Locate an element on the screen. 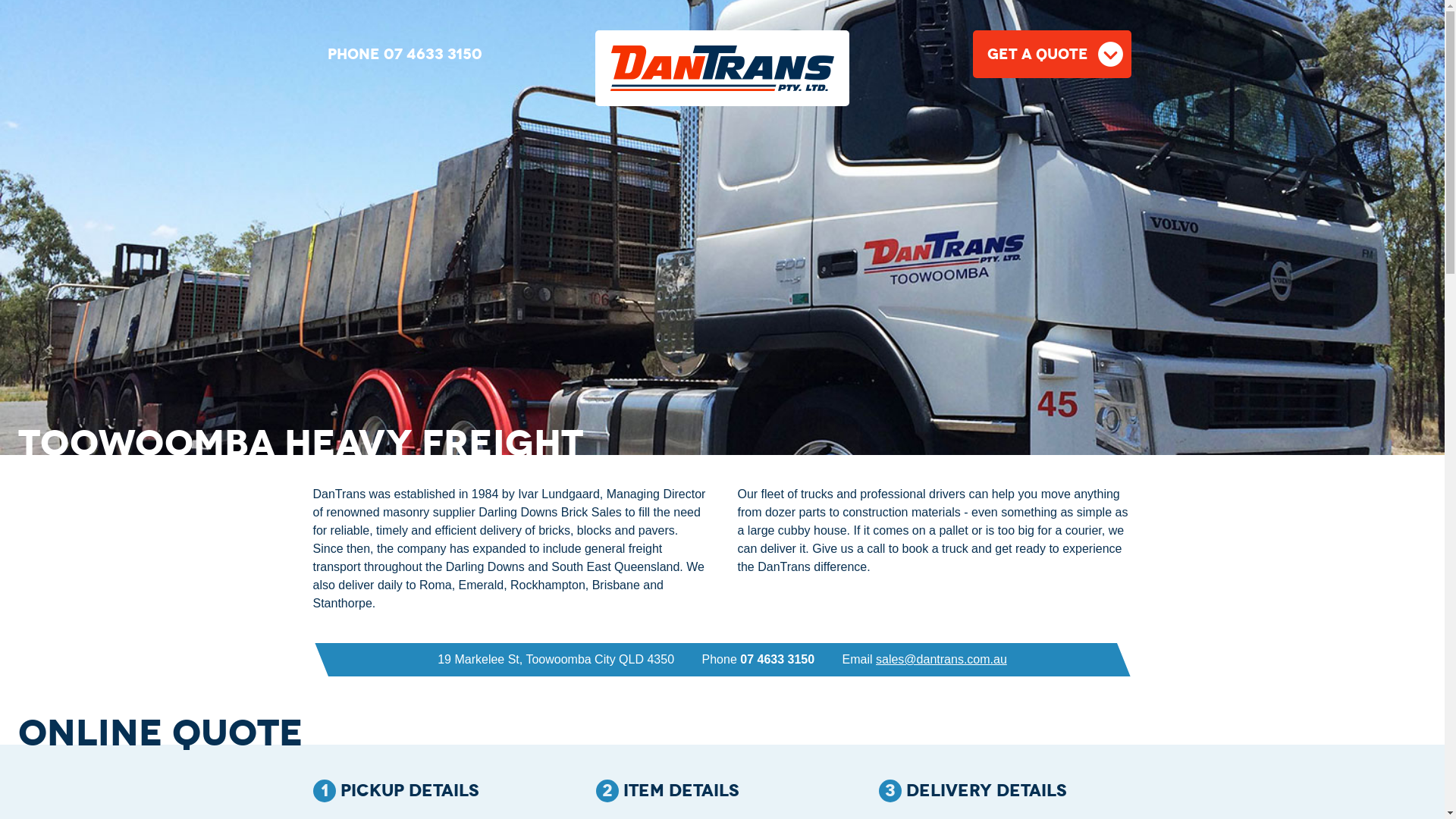 This screenshot has height=819, width=1456. 'GET A QUOTE' is located at coordinates (1051, 53).